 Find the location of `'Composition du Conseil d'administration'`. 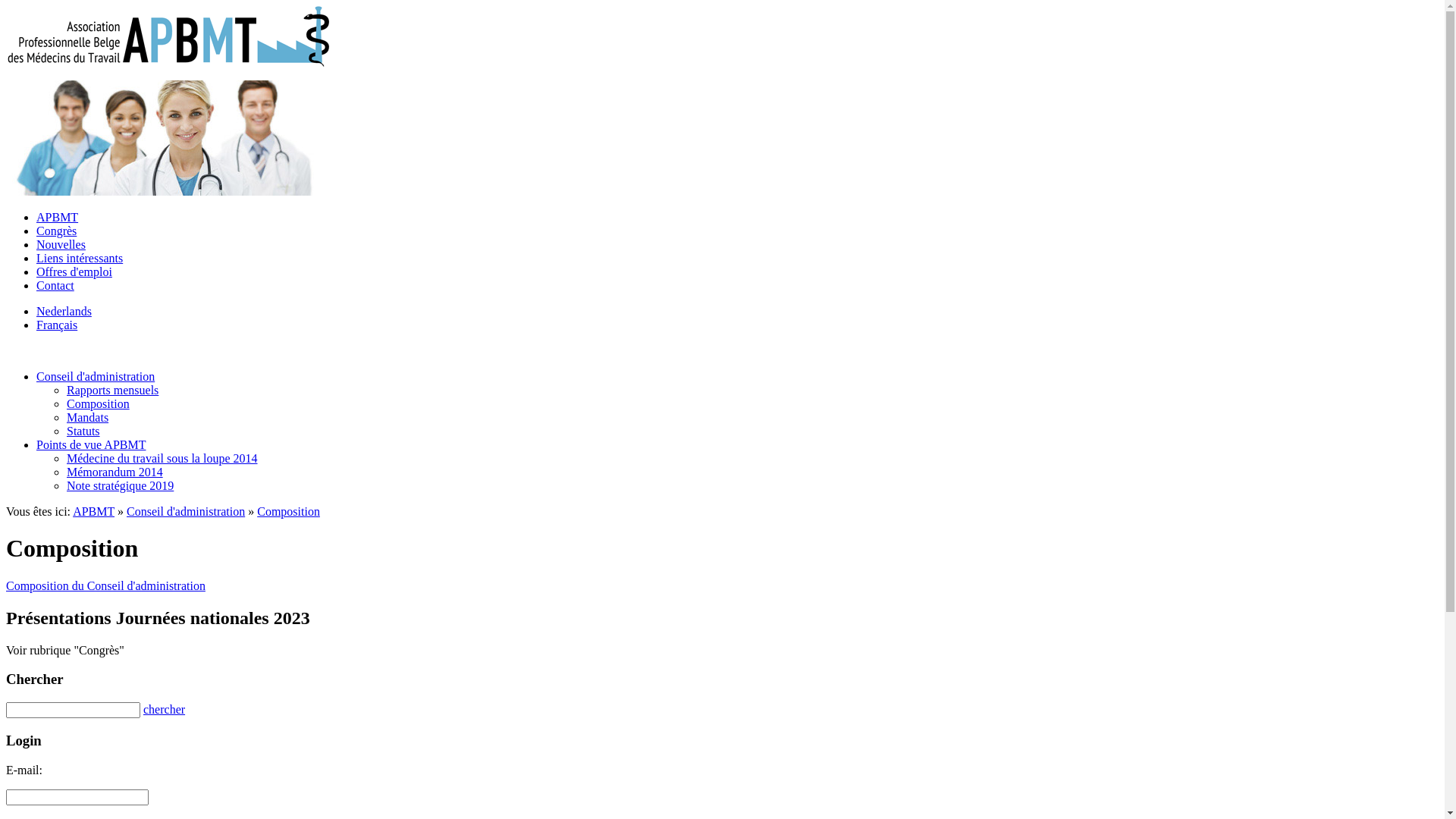

'Composition du Conseil d'administration' is located at coordinates (105, 585).